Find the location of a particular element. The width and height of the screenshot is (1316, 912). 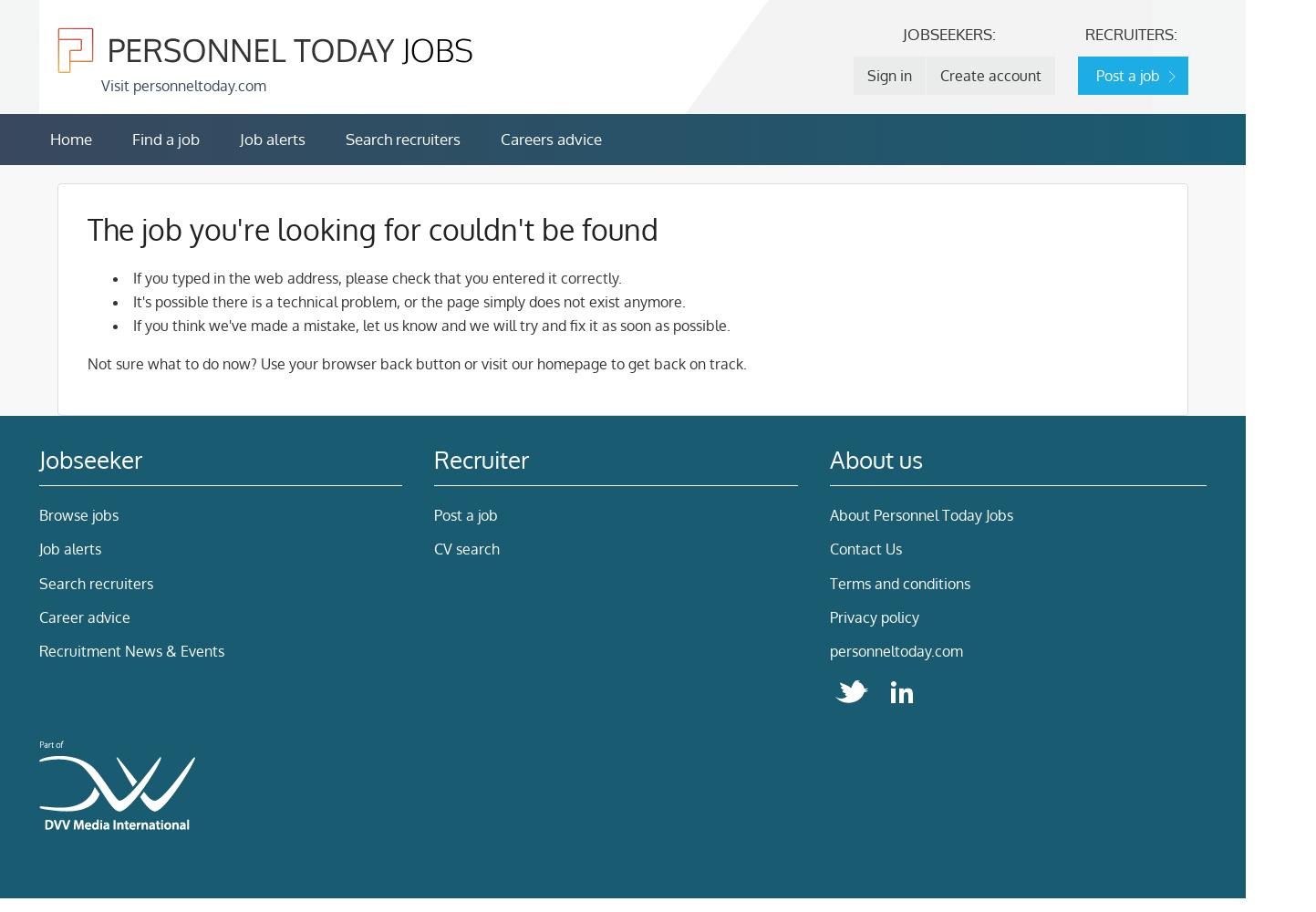

'If you typed in the web address, please check that you entered it correctly.' is located at coordinates (376, 278).